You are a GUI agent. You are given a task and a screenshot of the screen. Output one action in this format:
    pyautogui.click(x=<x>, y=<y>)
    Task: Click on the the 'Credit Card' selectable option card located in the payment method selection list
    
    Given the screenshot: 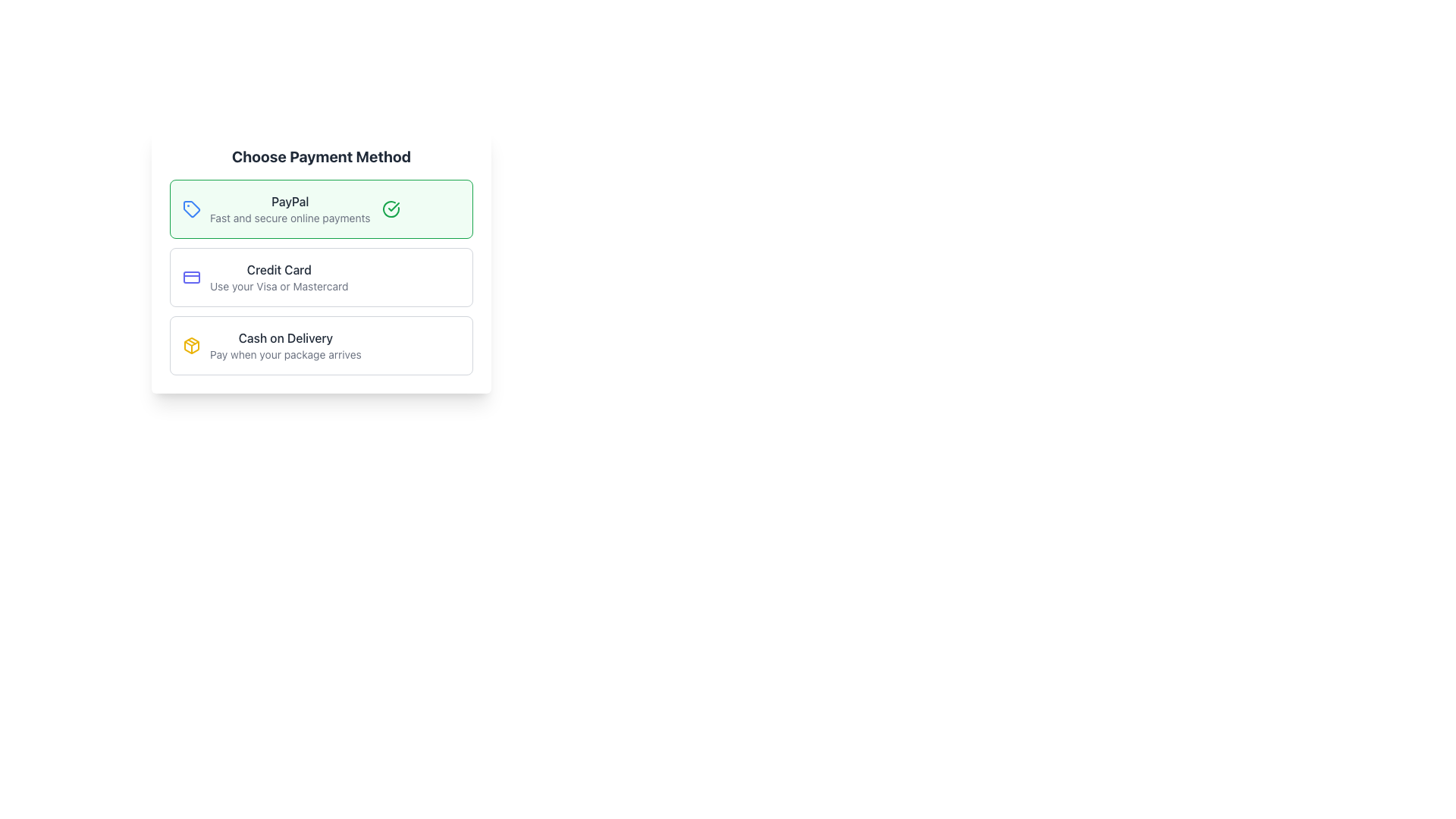 What is the action you would take?
    pyautogui.click(x=320, y=259)
    